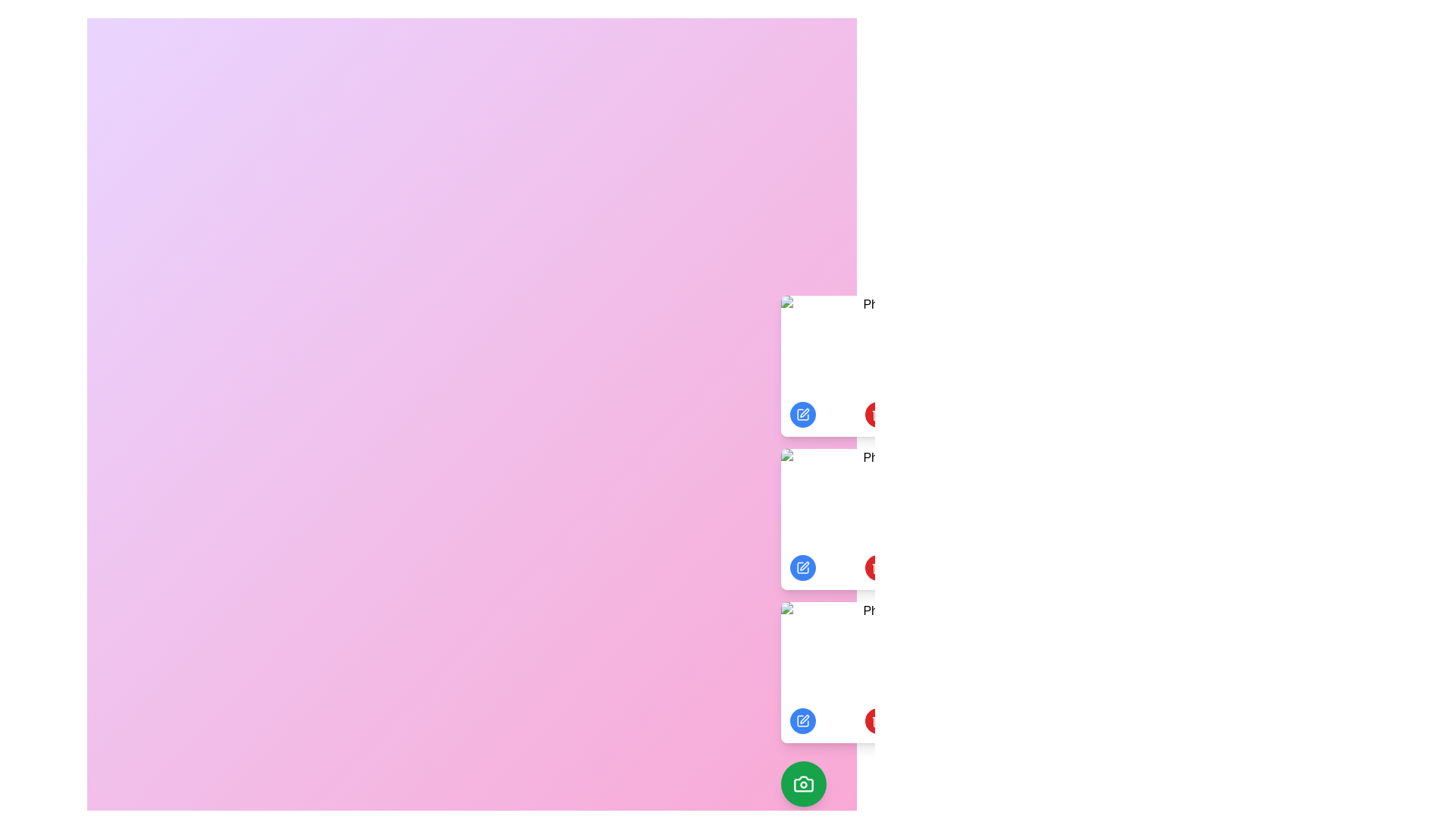 This screenshot has height=819, width=1456. What do you see at coordinates (877, 415) in the screenshot?
I see `delete button under the photo labeled 'Photo 1' to delete it` at bounding box center [877, 415].